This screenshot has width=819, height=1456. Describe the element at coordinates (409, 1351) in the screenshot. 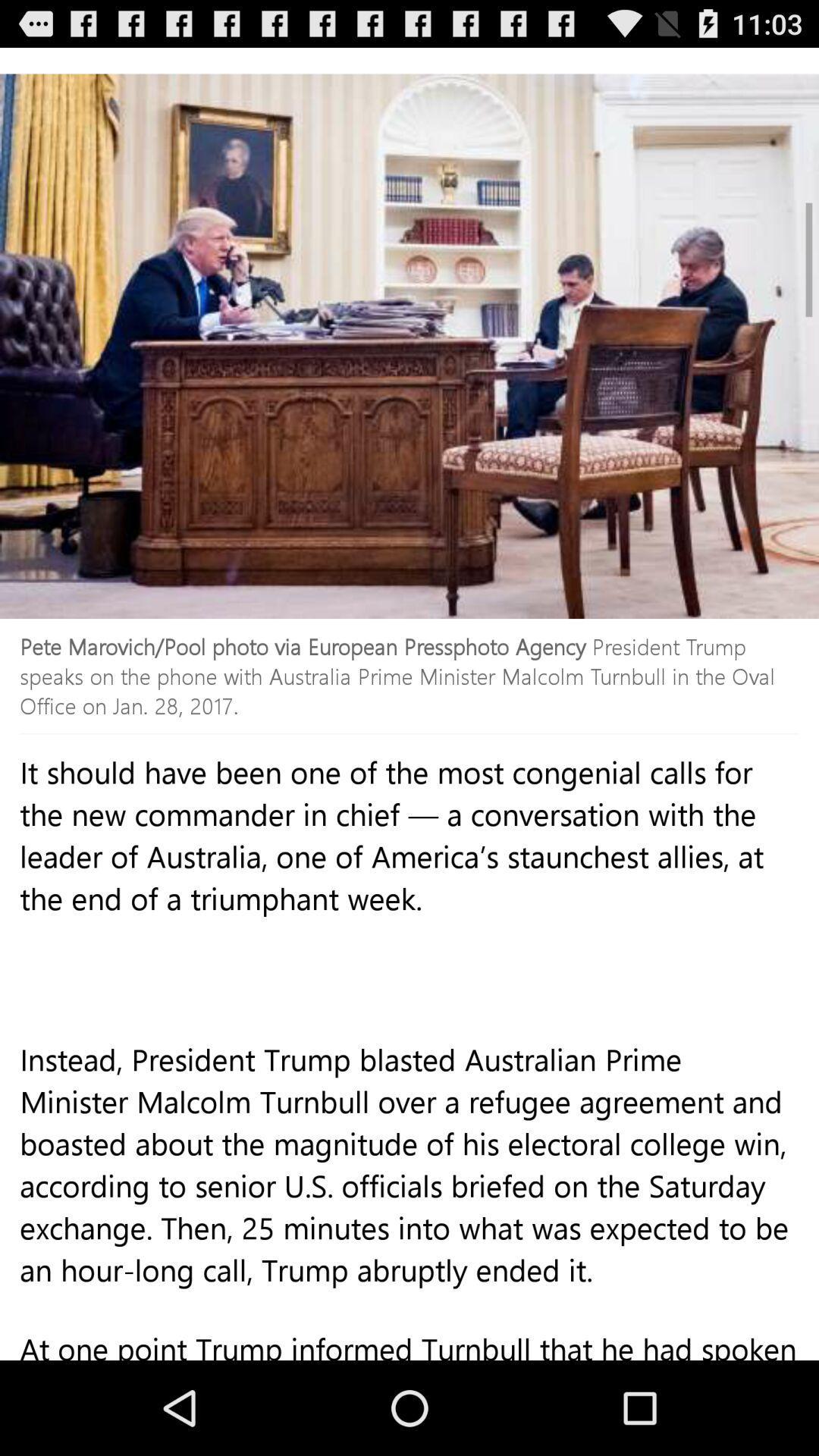

I see `the item below instead president trump` at that location.